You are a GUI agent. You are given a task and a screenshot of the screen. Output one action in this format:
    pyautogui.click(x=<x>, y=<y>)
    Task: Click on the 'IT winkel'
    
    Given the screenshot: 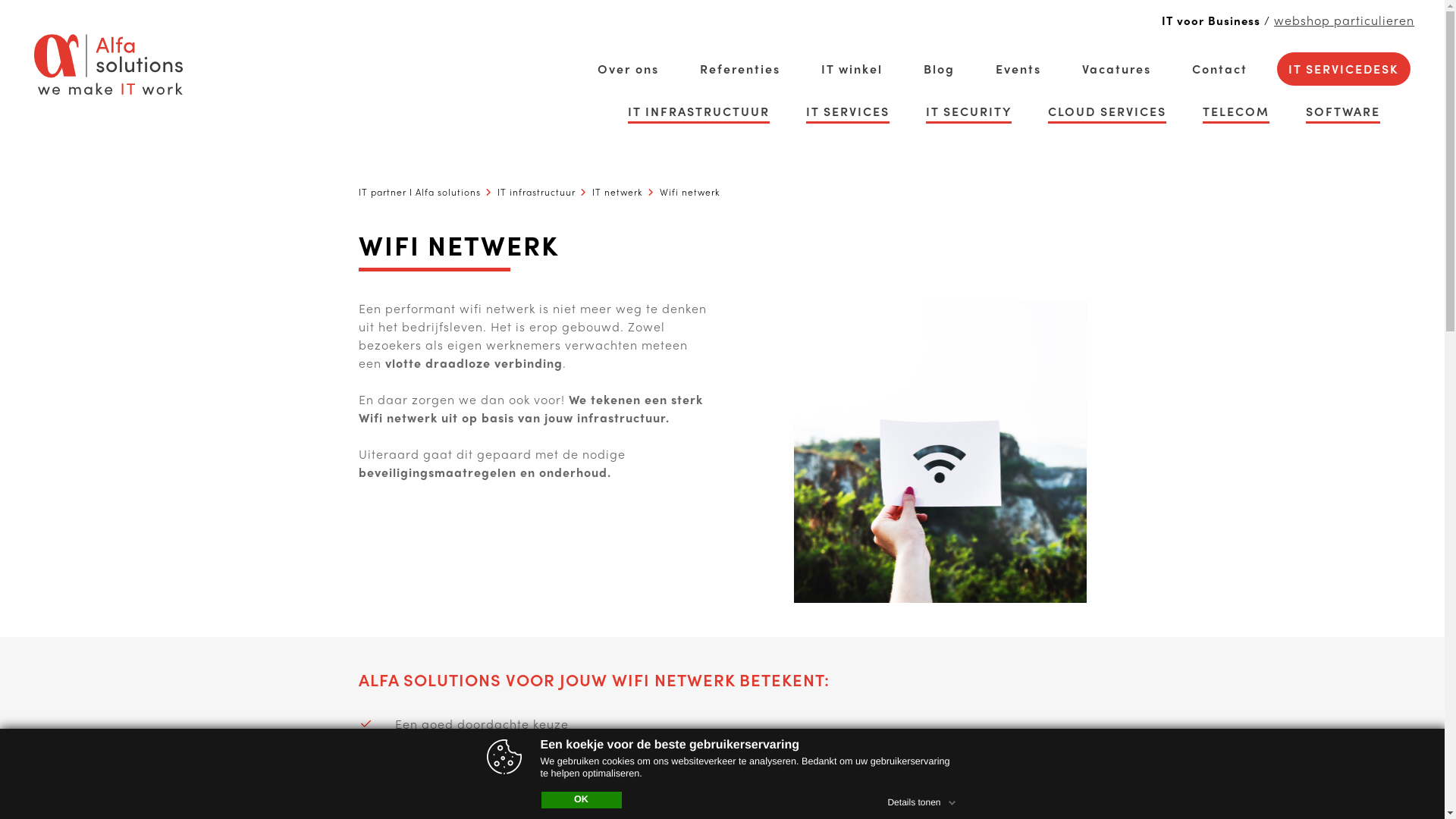 What is the action you would take?
    pyautogui.click(x=852, y=69)
    